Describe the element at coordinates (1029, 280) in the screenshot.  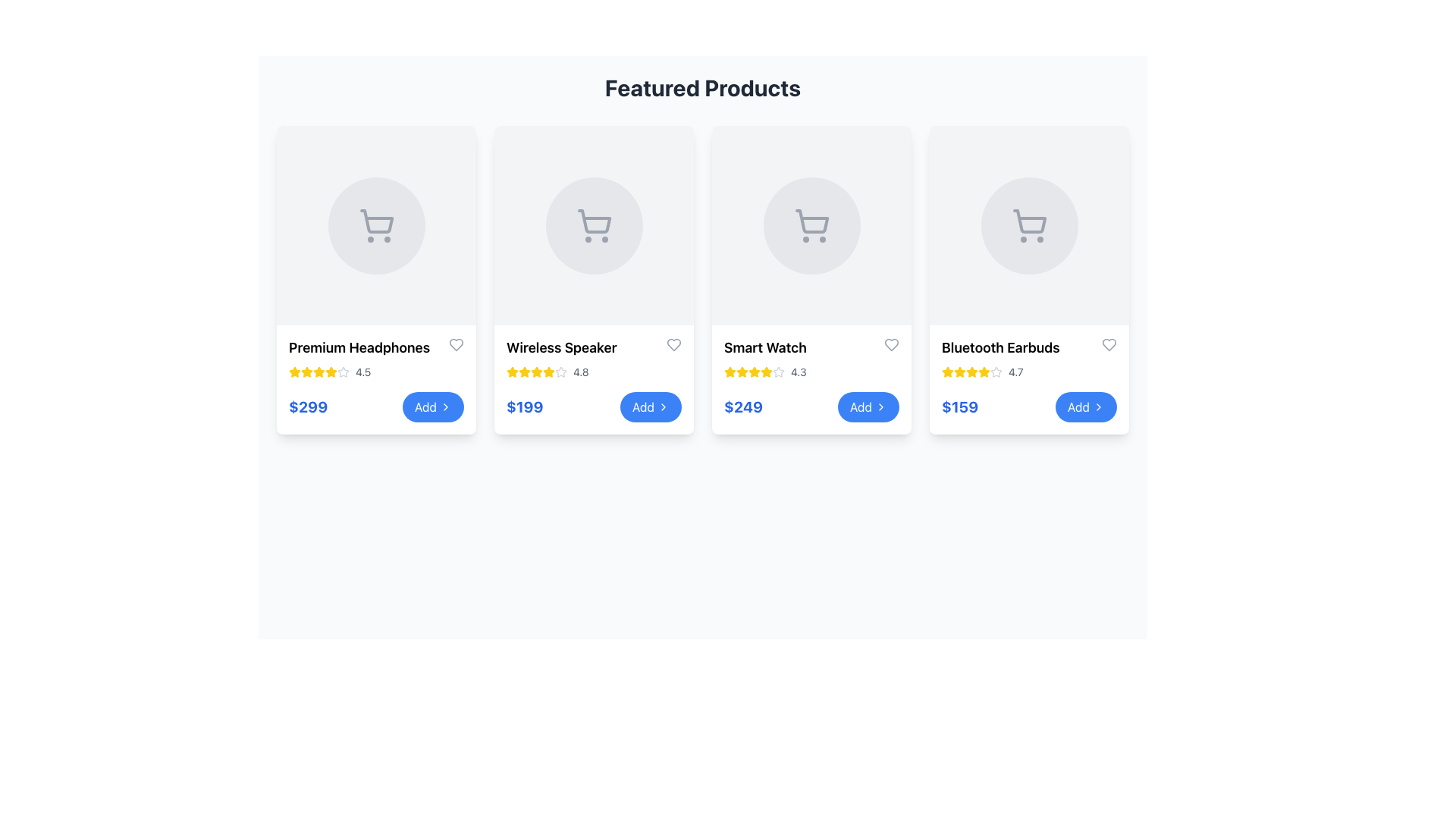
I see `the product card displaying 'Bluetooth Earbuds' with a blue 'Add' button, located at the rightmost position in the grid` at that location.